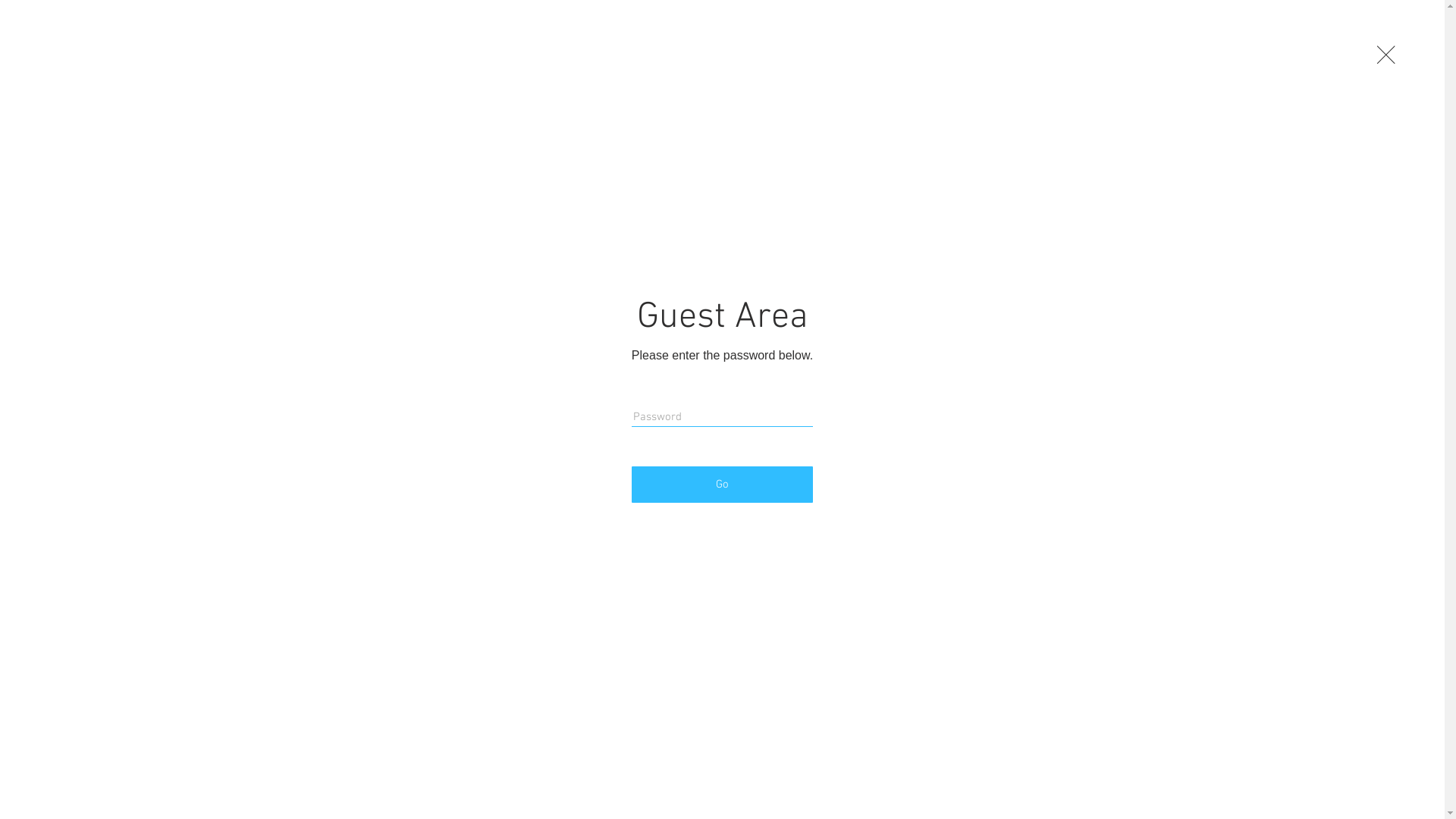 Image resolution: width=1456 pixels, height=819 pixels. What do you see at coordinates (721, 485) in the screenshot?
I see `'Go'` at bounding box center [721, 485].